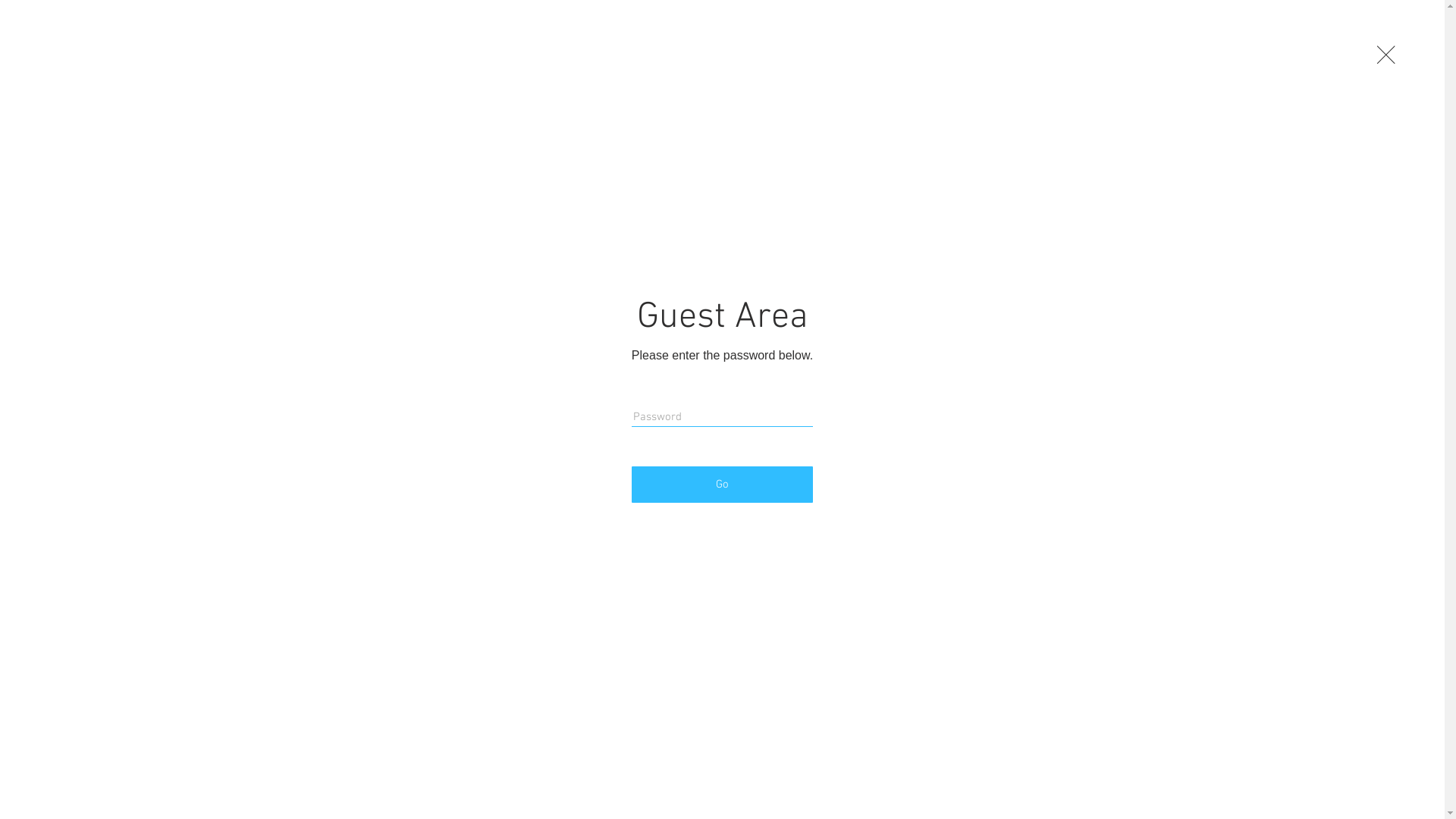 Image resolution: width=1456 pixels, height=819 pixels. What do you see at coordinates (721, 485) in the screenshot?
I see `'Go'` at bounding box center [721, 485].